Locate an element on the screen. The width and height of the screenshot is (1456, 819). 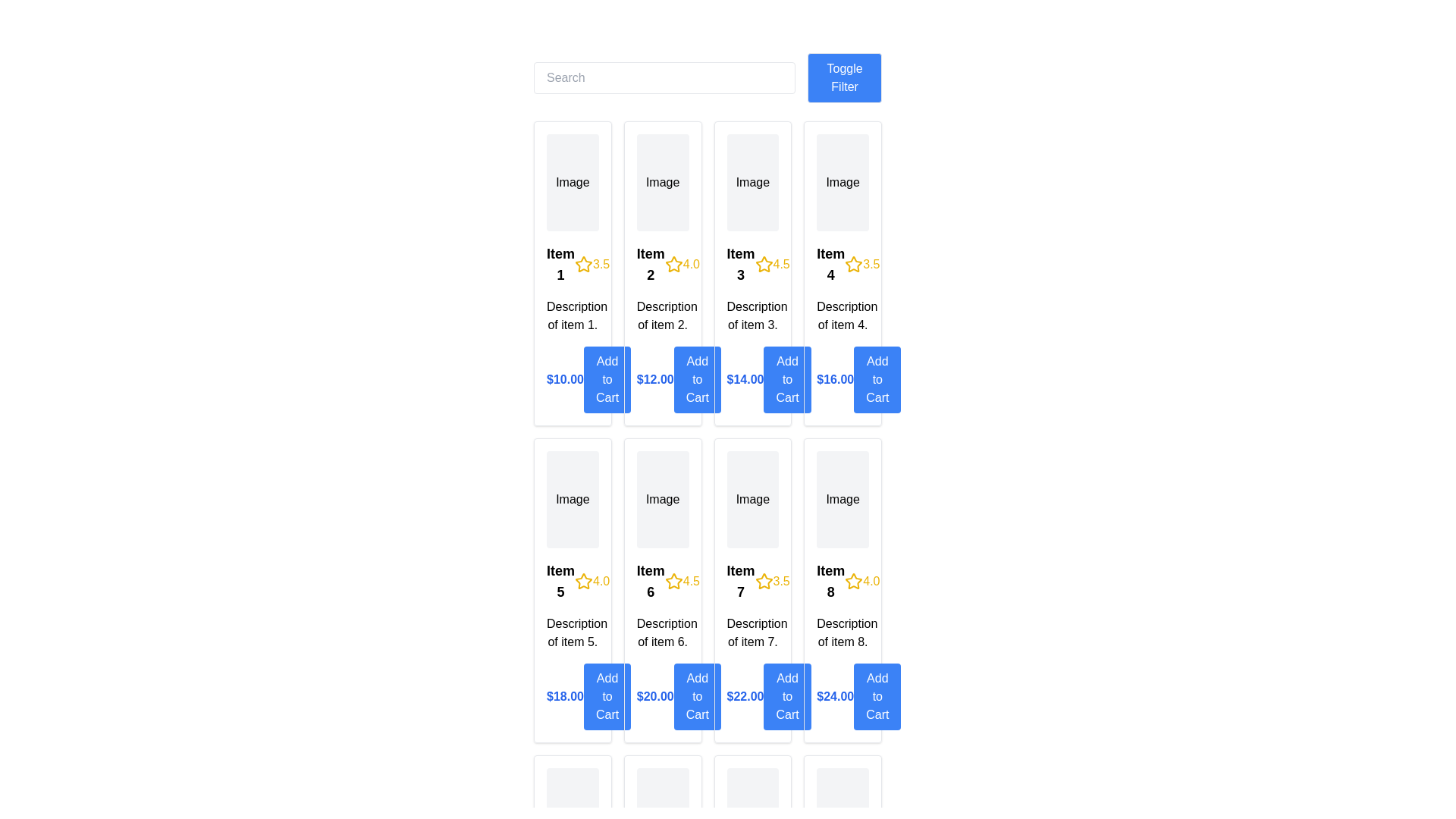
the fourth star icon in the rating indicator for 'Item 7', which visually represents a rating level in a 5-star system is located at coordinates (764, 580).